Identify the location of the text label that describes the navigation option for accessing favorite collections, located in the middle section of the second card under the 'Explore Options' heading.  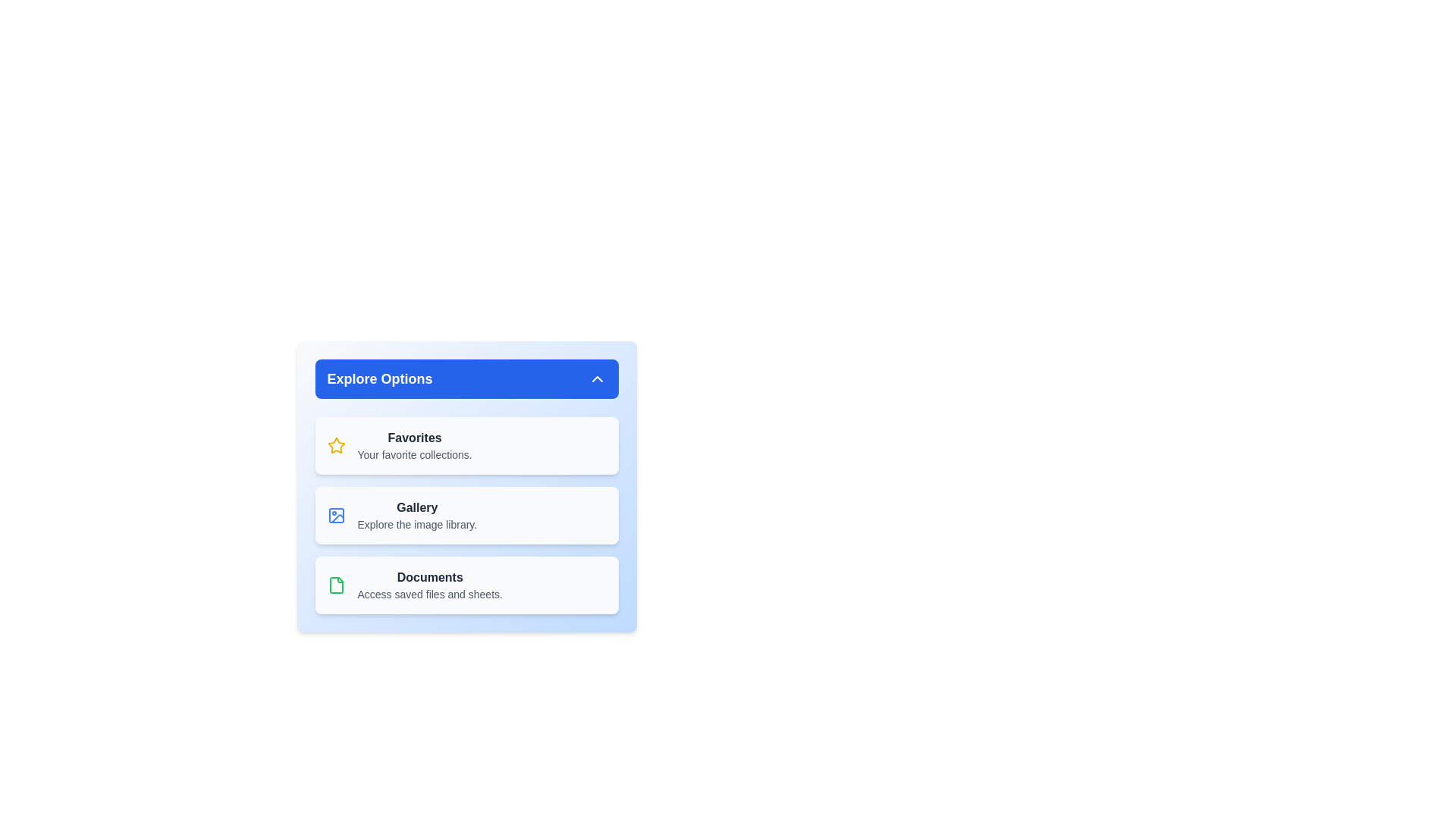
(415, 444).